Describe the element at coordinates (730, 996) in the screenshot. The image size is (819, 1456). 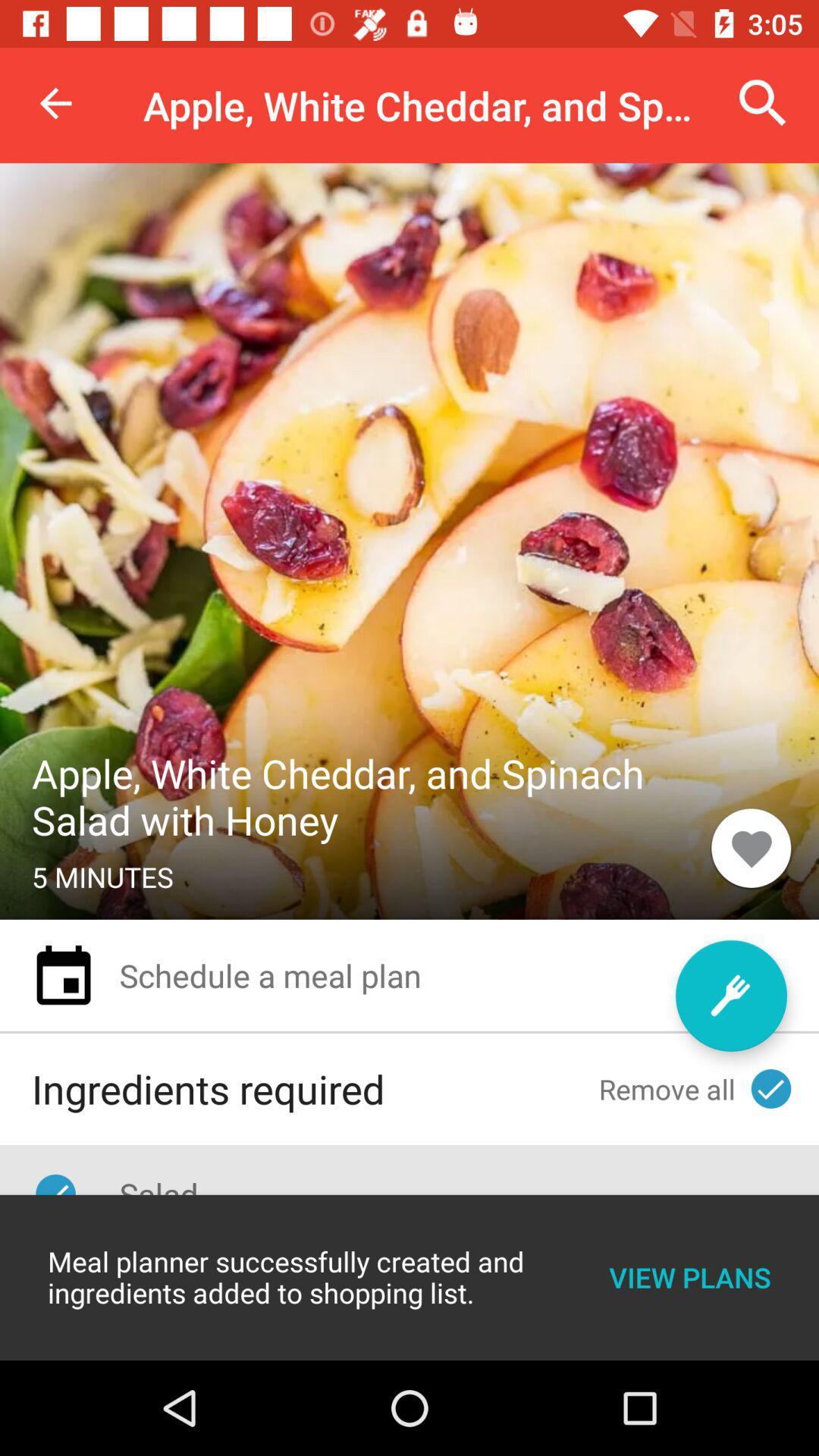
I see `the edit icon` at that location.